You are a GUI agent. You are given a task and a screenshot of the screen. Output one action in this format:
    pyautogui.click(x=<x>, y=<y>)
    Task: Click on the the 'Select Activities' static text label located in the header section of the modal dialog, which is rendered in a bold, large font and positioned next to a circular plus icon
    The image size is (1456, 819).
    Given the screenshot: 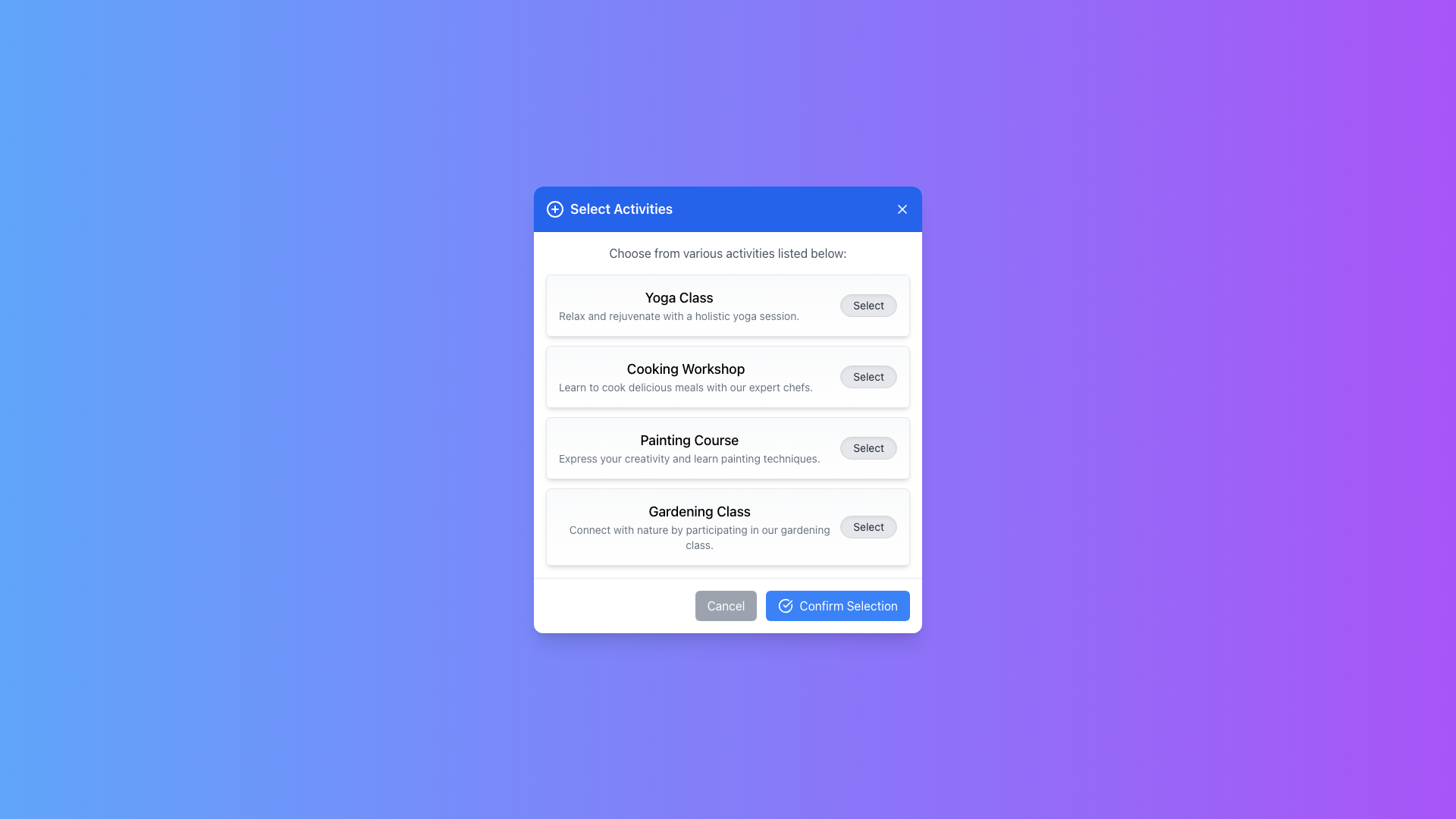 What is the action you would take?
    pyautogui.click(x=621, y=209)
    